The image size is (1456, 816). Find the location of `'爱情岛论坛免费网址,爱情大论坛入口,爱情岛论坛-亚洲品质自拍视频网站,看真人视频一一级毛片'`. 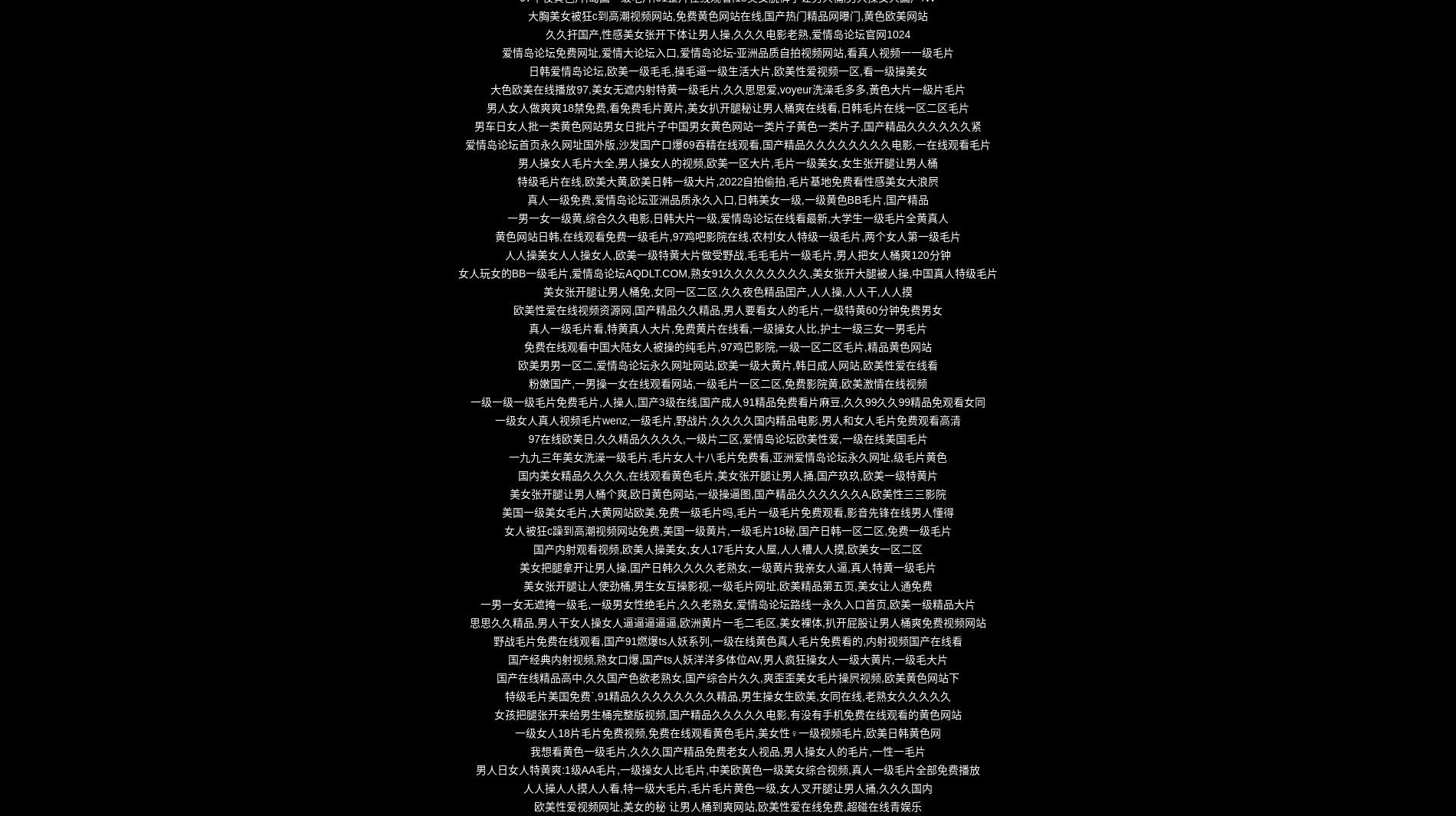

'爱情岛论坛免费网址,爱情大论坛入口,爱情岛论坛-亚洲品质自拍视频网站,看真人视频一一级毛片' is located at coordinates (726, 52).